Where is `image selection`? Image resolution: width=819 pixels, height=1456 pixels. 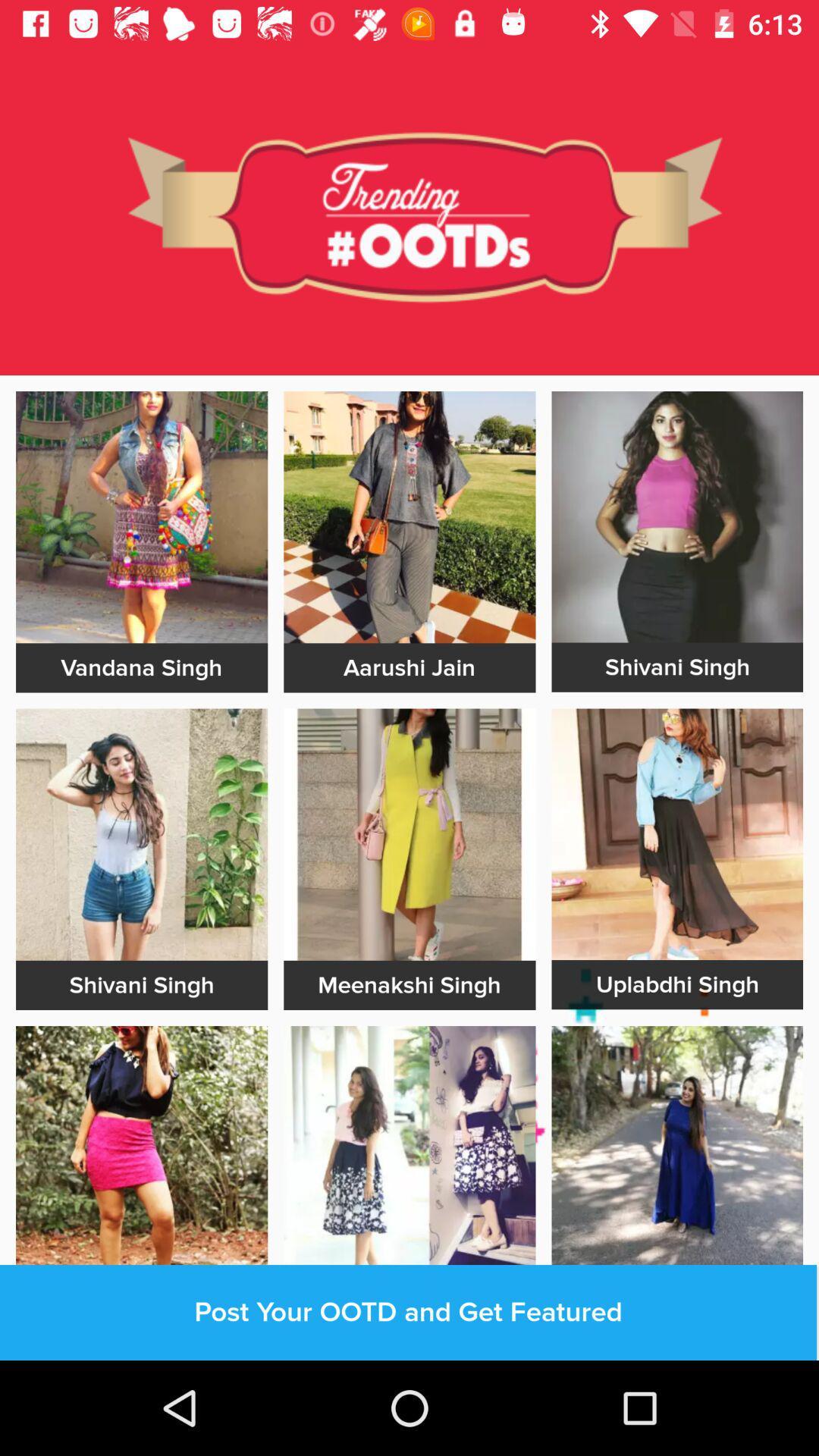
image selection is located at coordinates (142, 1152).